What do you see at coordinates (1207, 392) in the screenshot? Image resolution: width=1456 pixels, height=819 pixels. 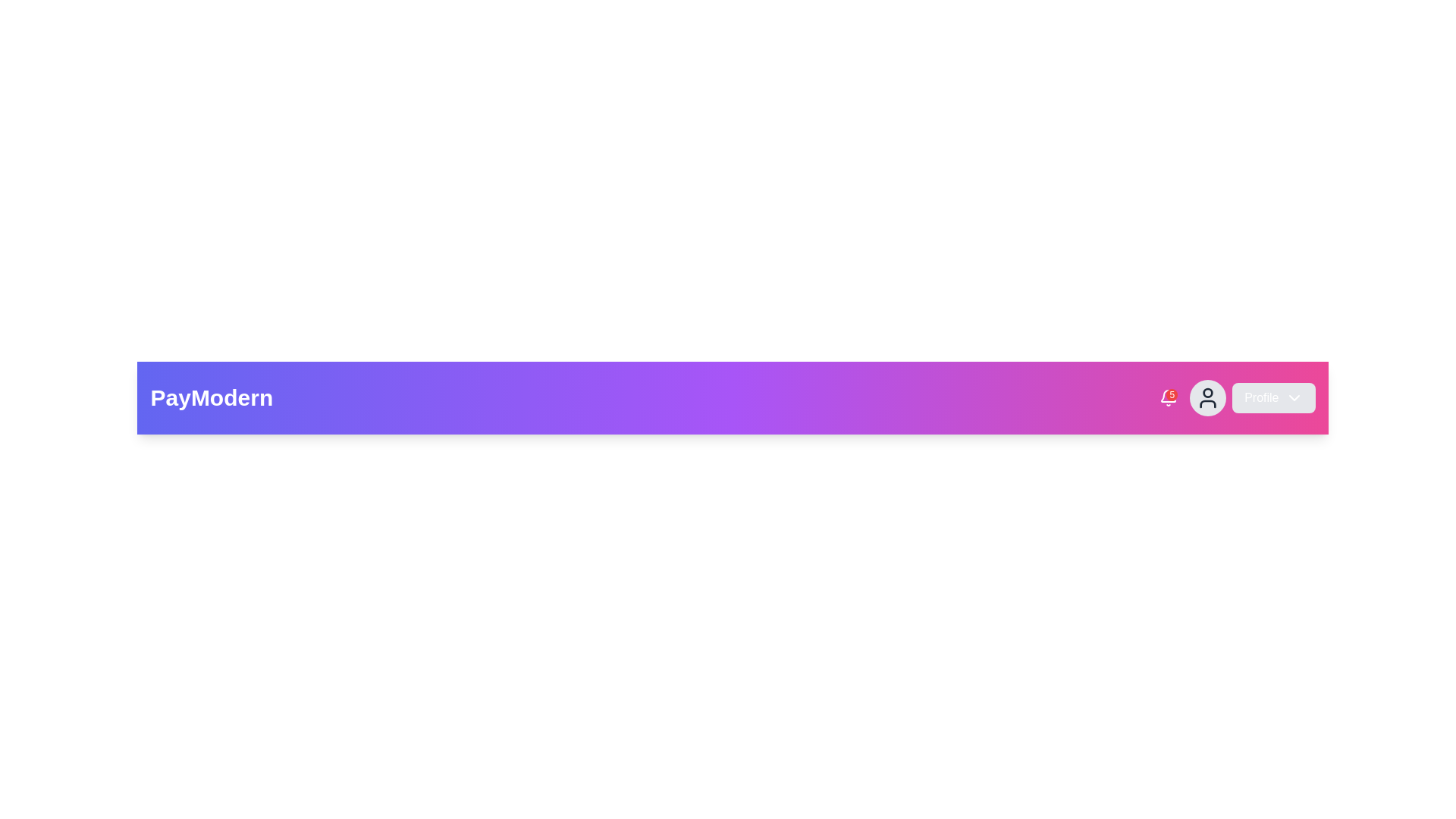 I see `the circular element representing the user profile picture in the navigation bar, located adjacent to the profile dropdown and notification icon` at bounding box center [1207, 392].